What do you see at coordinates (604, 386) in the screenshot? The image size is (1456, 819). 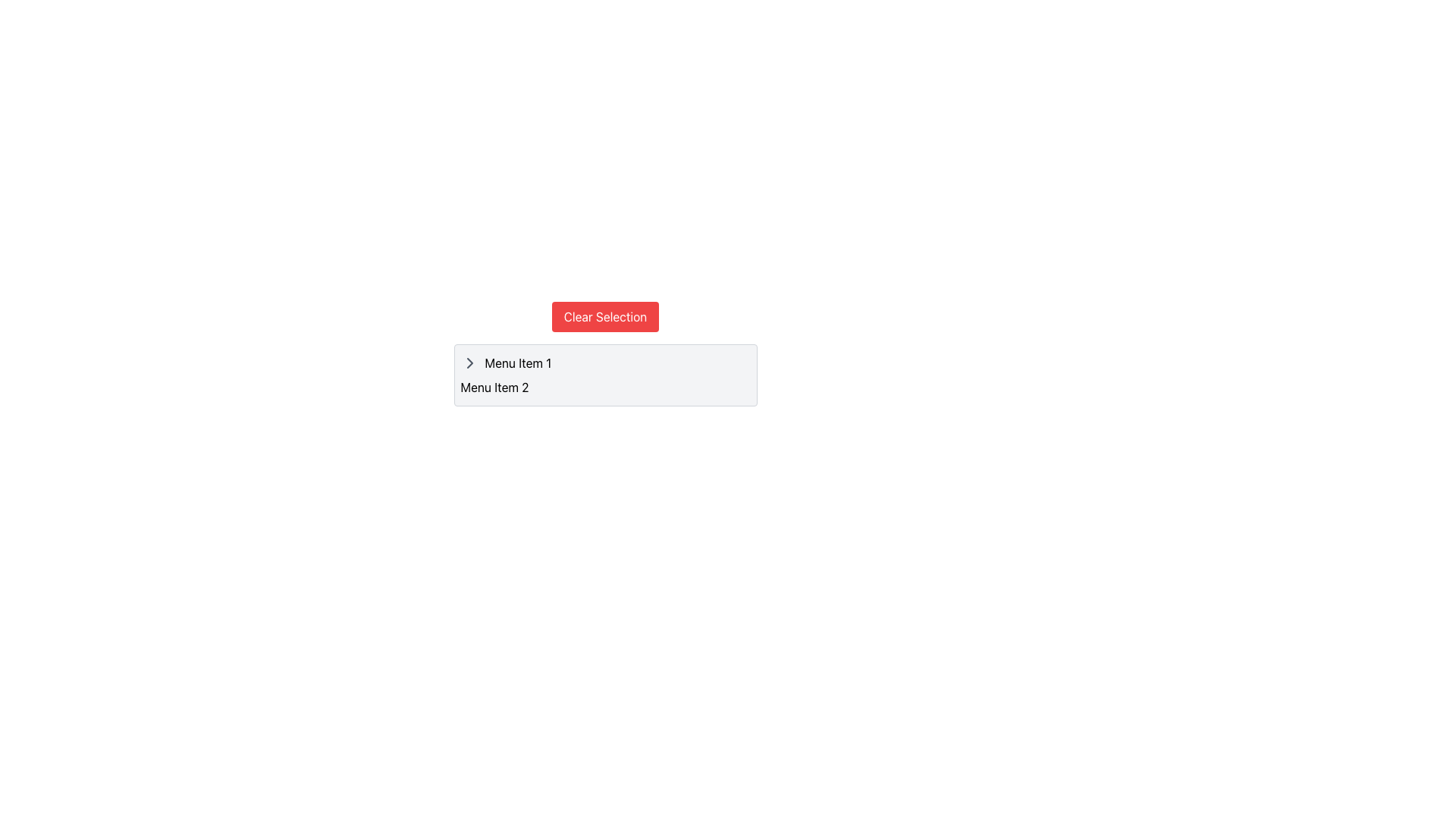 I see `the second menu item, 'Menu Item 2'` at bounding box center [604, 386].